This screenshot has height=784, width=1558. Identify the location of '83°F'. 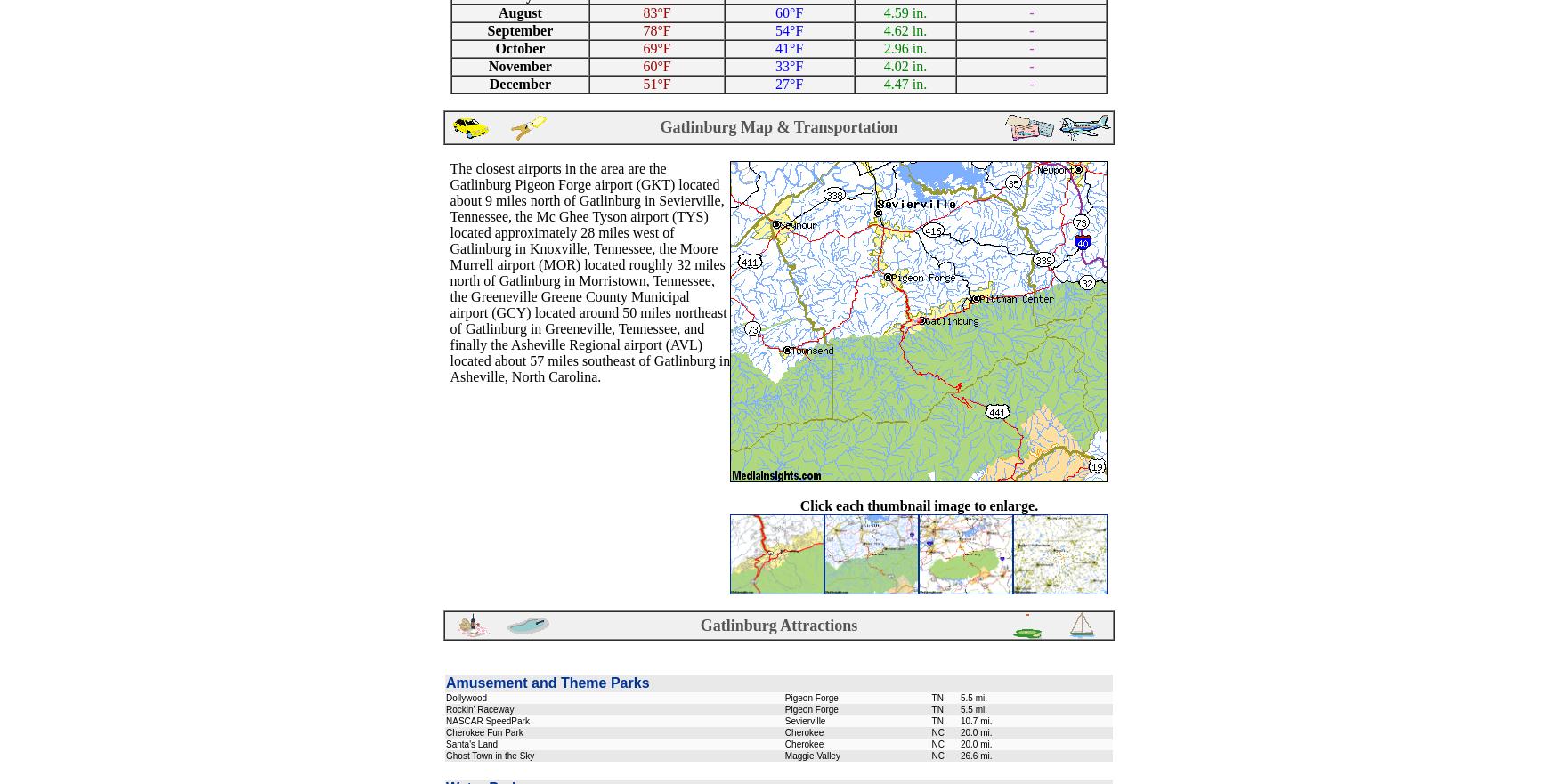
(656, 12).